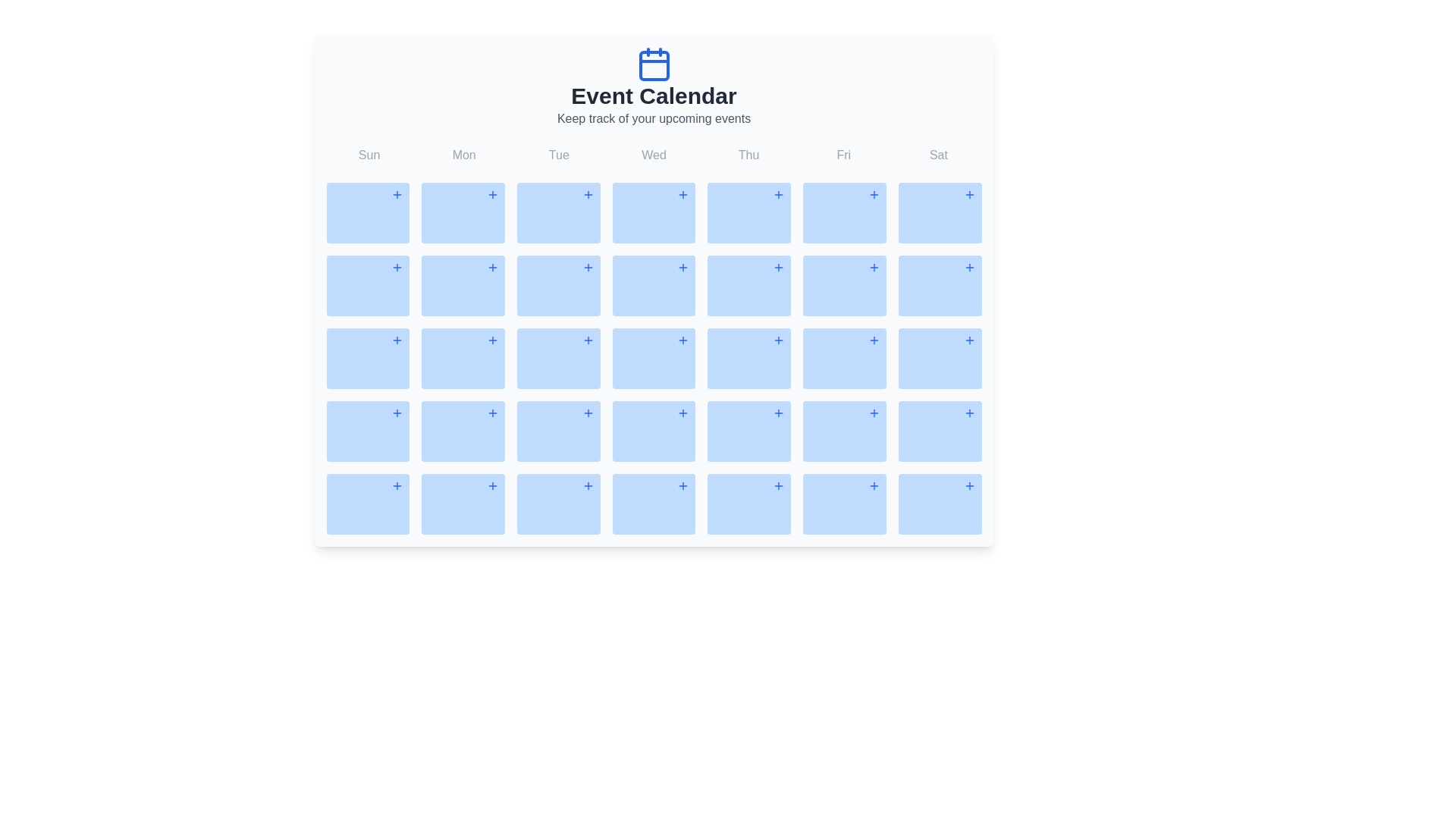 Image resolution: width=1456 pixels, height=819 pixels. I want to click on the first clickable date cell, so click(368, 504).